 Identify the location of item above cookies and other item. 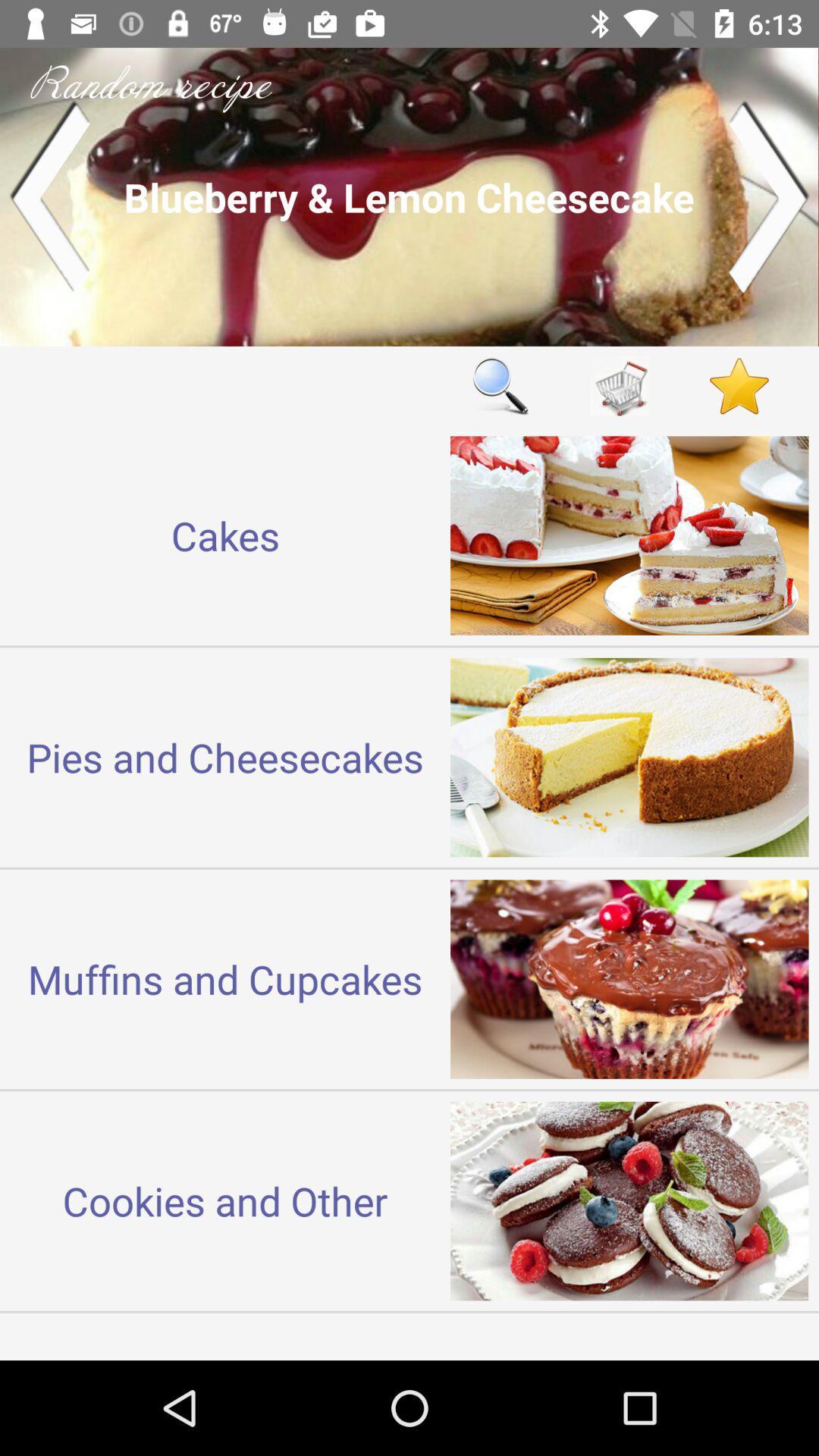
(225, 979).